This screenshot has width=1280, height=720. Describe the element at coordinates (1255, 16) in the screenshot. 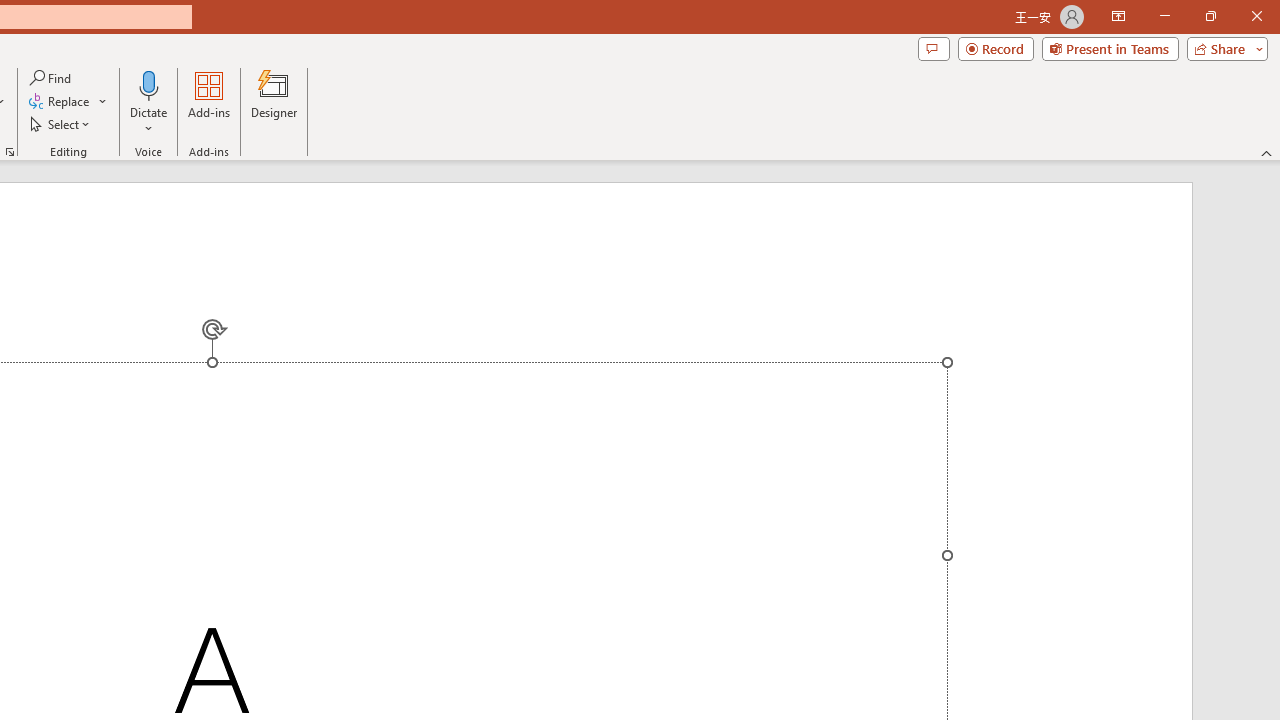

I see `'Close'` at that location.